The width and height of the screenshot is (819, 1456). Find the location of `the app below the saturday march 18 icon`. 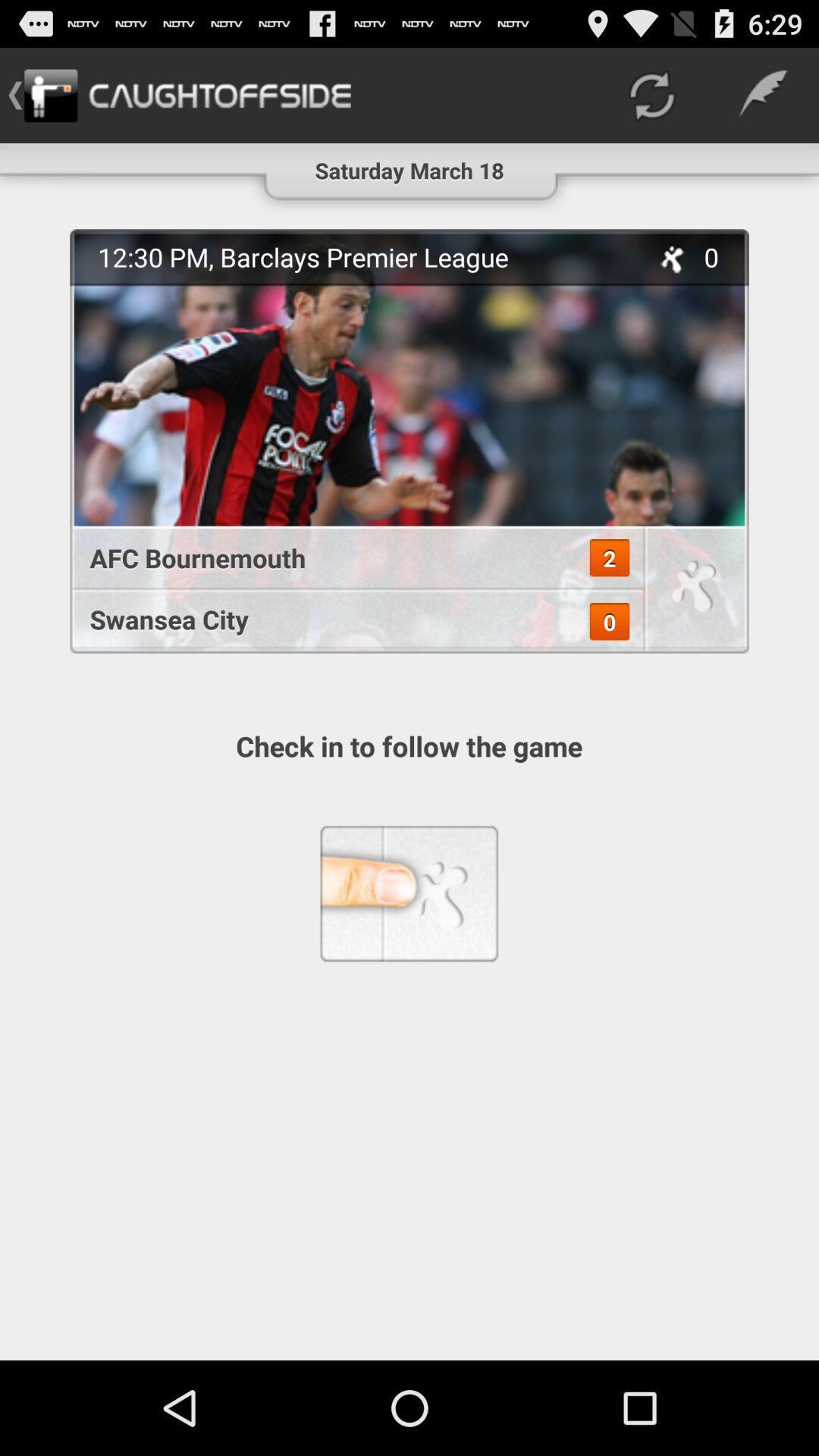

the app below the saturday march 18 icon is located at coordinates (409, 440).